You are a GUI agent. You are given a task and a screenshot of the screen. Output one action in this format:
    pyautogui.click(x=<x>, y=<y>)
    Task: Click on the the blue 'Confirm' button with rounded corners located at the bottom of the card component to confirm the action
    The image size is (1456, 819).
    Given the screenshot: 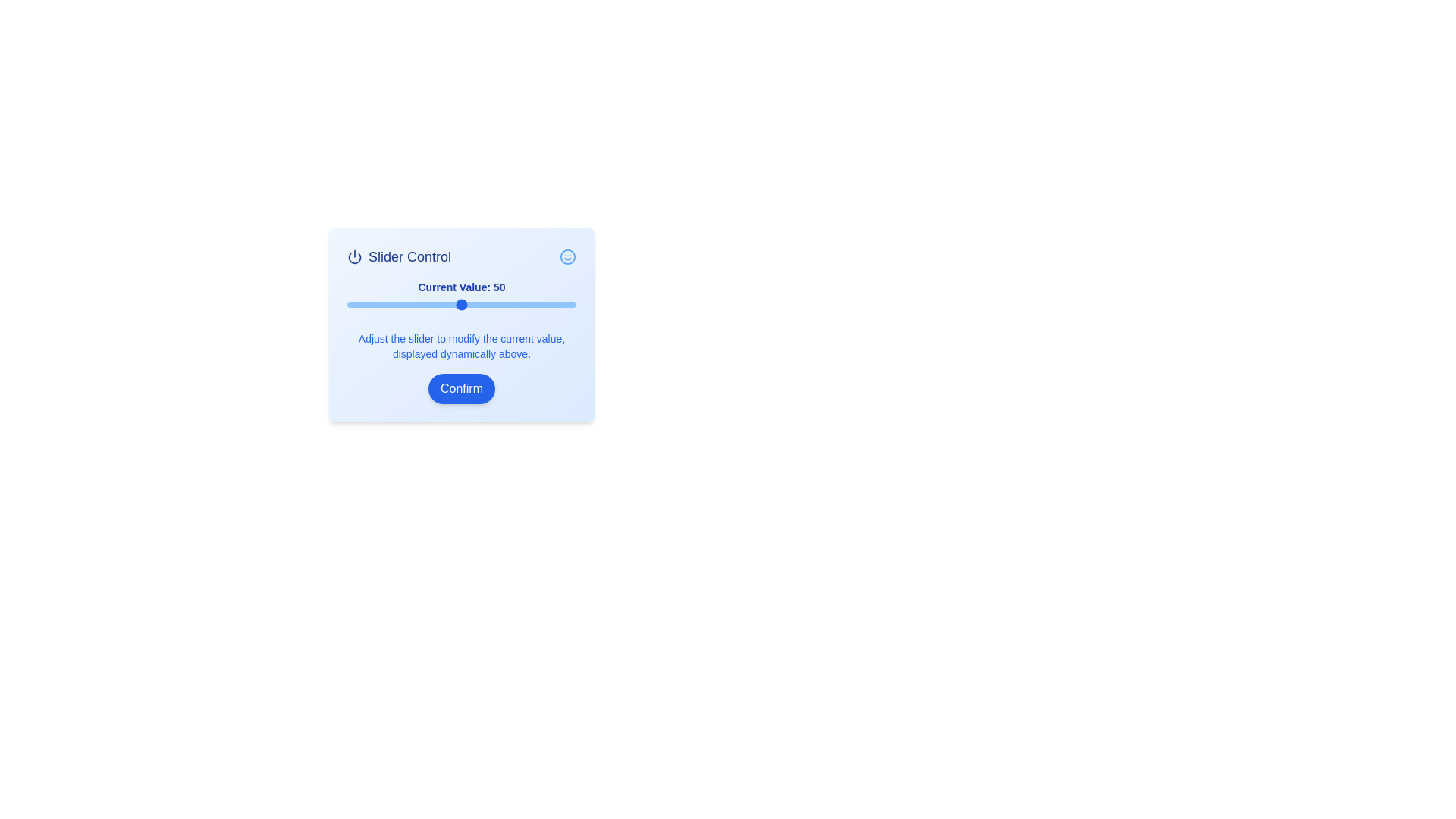 What is the action you would take?
    pyautogui.click(x=461, y=388)
    